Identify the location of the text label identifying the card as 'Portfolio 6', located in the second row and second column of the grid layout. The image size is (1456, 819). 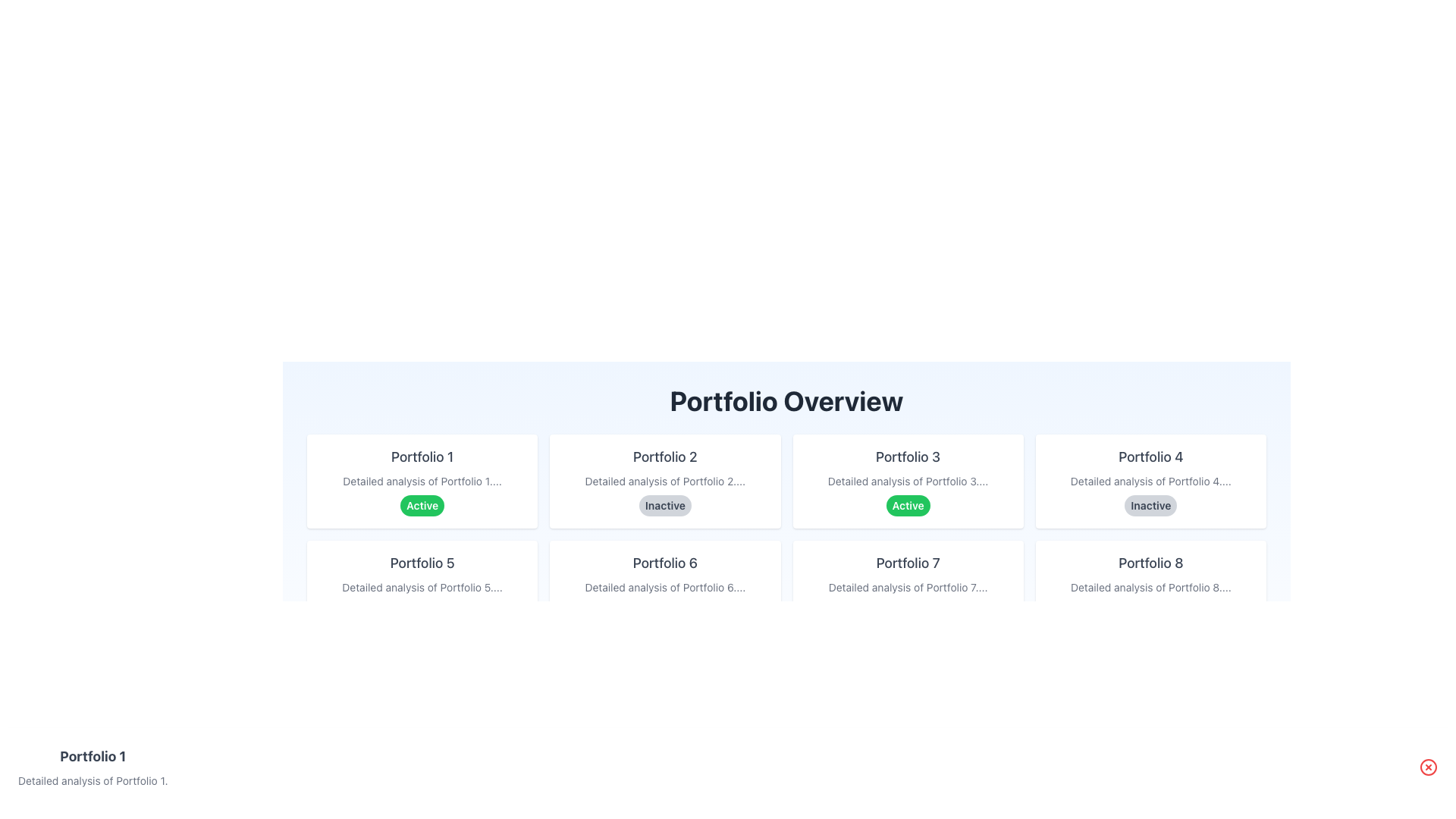
(665, 563).